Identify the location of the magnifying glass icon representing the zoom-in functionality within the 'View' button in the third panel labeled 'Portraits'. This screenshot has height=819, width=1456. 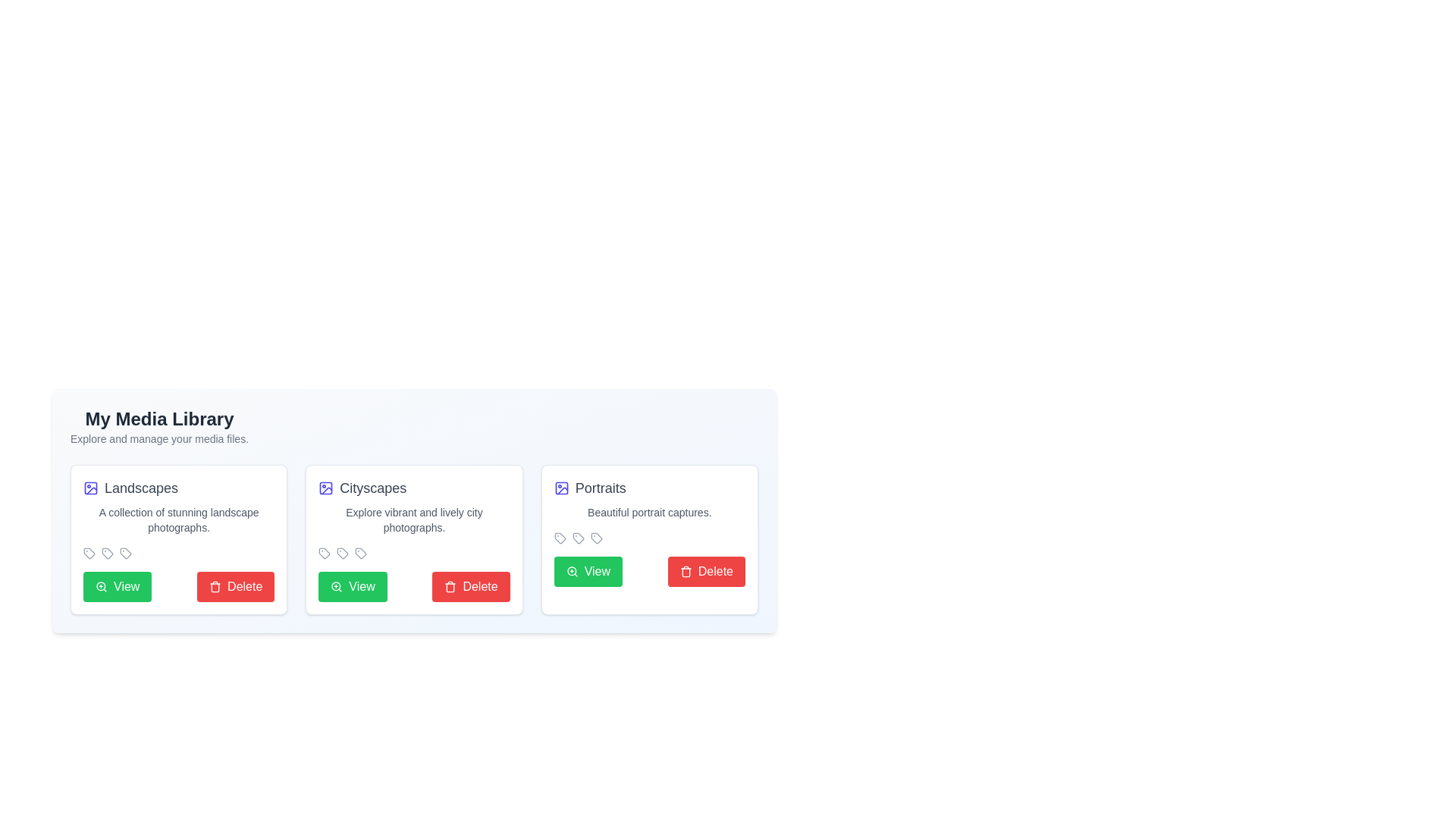
(571, 571).